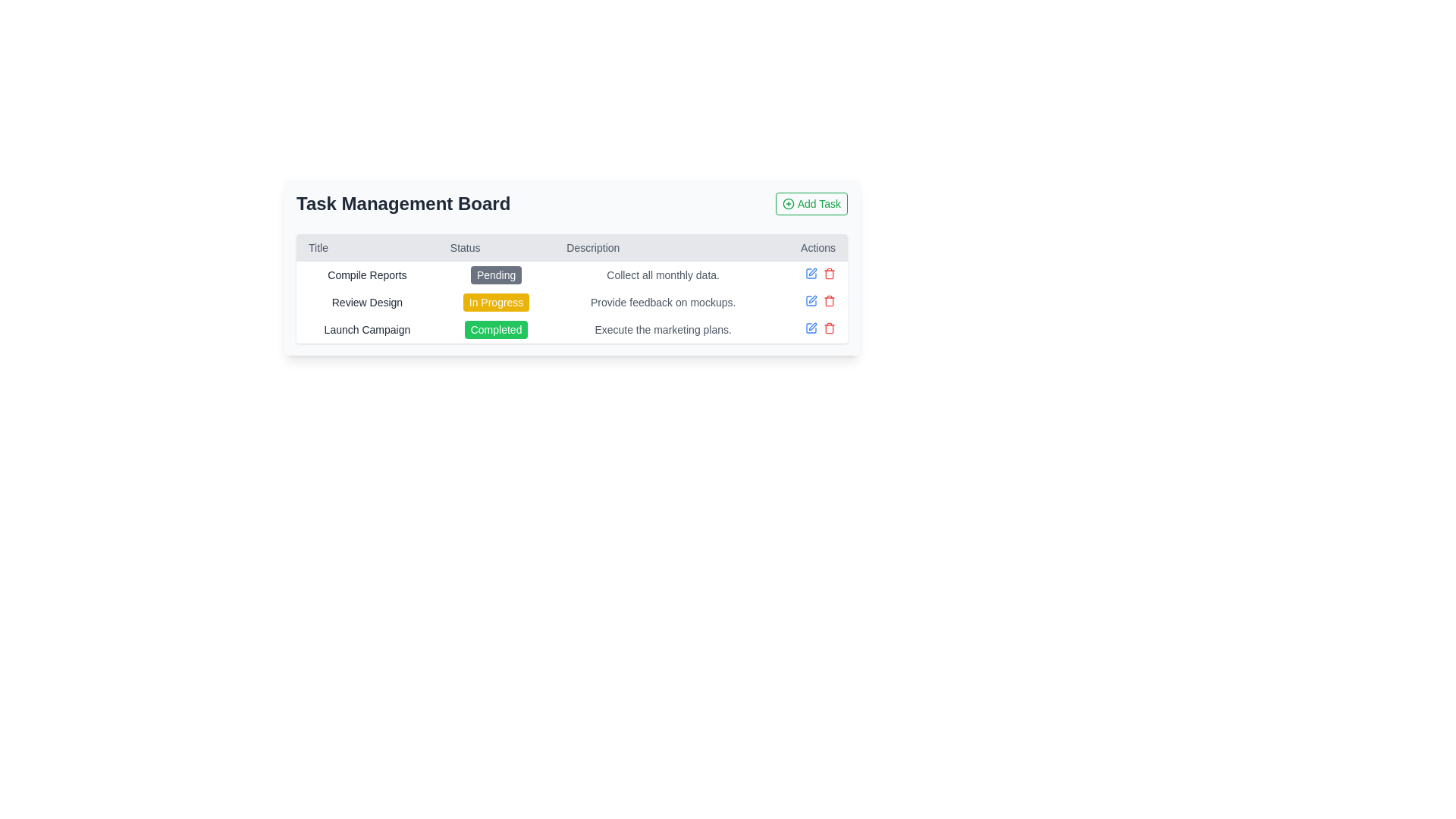 The height and width of the screenshot is (819, 1456). What do you see at coordinates (496, 302) in the screenshot?
I see `the label styled as a rectangular button with rounded corners and a yellow background displaying the text 'In Progress' in white font, located in the second row under the 'Status' column of the 'Review Design' task` at bounding box center [496, 302].